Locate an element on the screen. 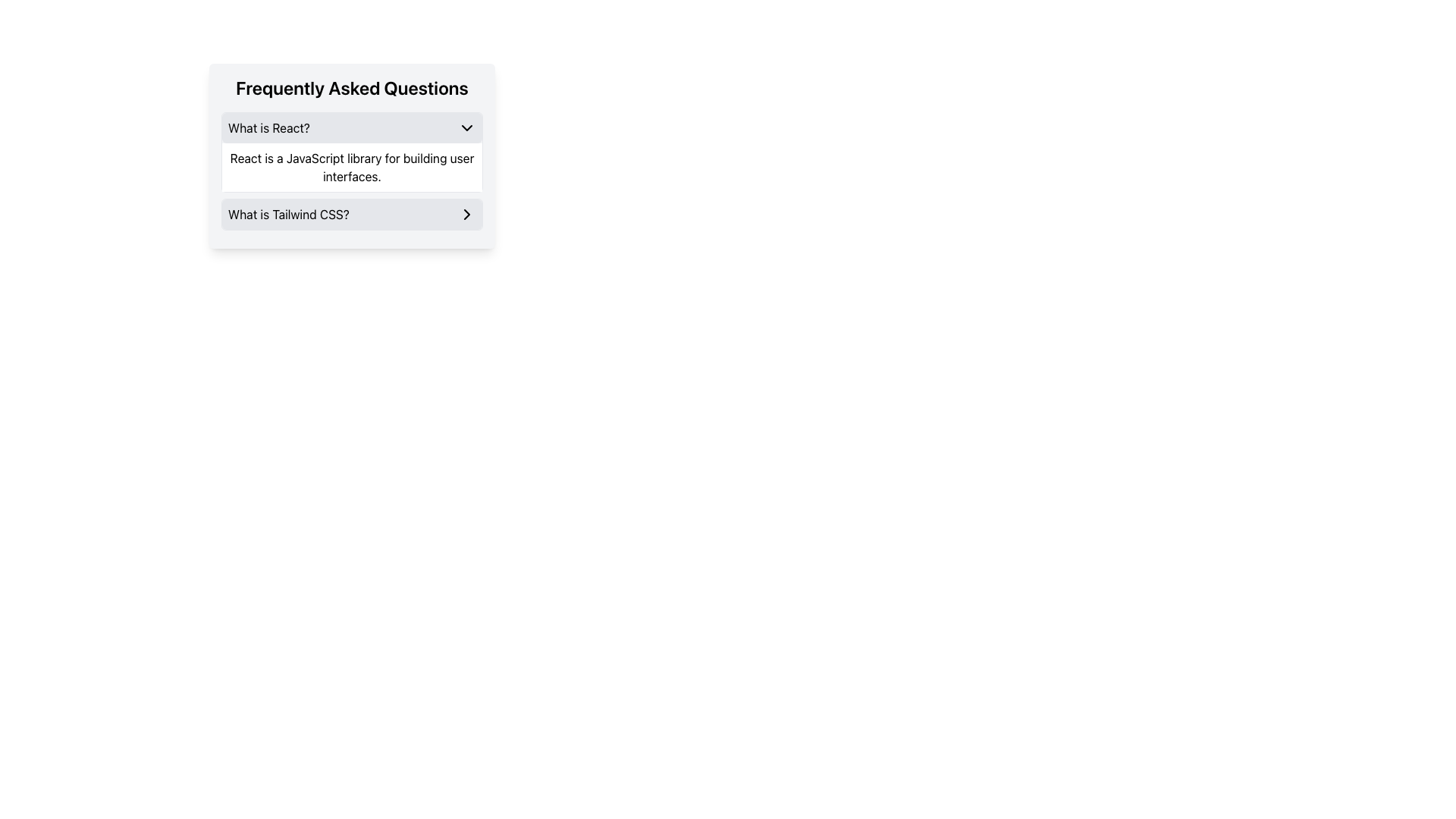  the Text Label that serves as a prompt for displaying more details about 'Tailwind CSS', located in the second question row of the FAQs list, to the left of the arrow icon is located at coordinates (288, 214).